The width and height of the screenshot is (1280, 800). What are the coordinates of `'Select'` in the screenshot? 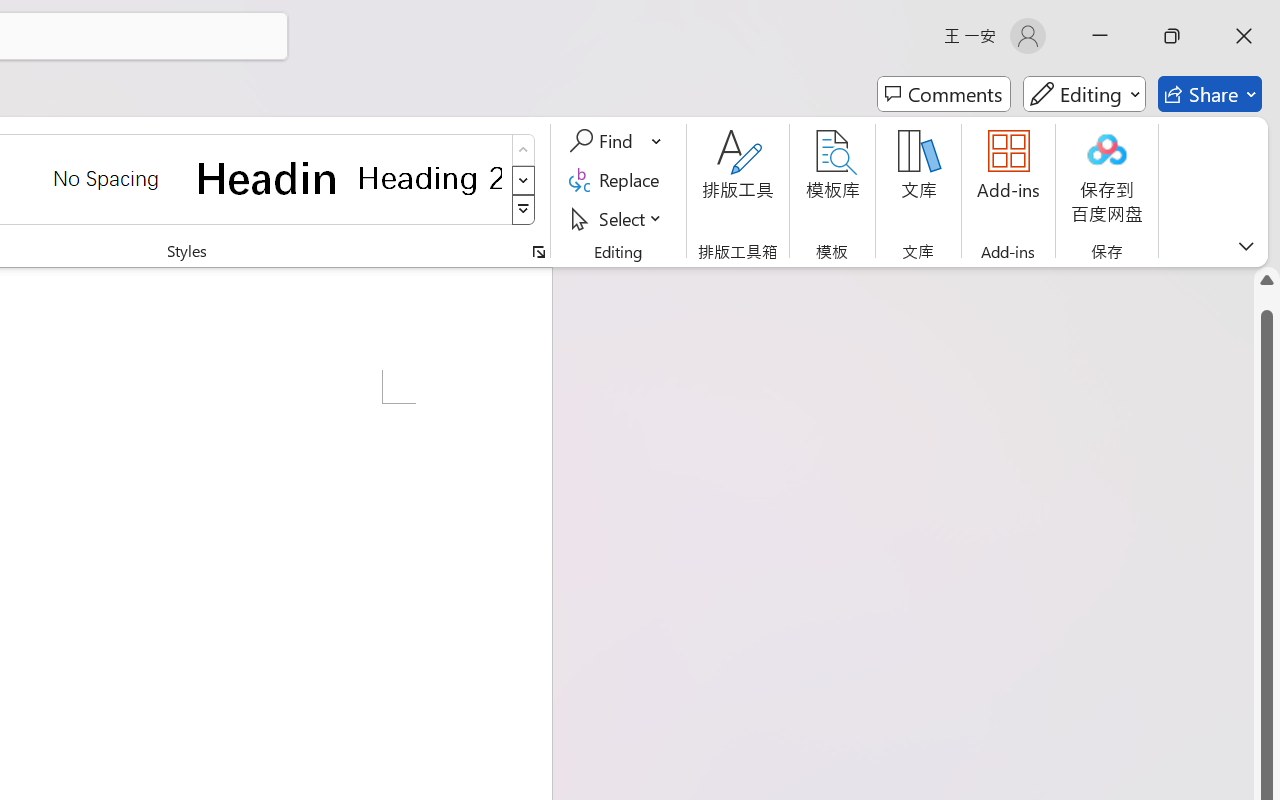 It's located at (617, 218).